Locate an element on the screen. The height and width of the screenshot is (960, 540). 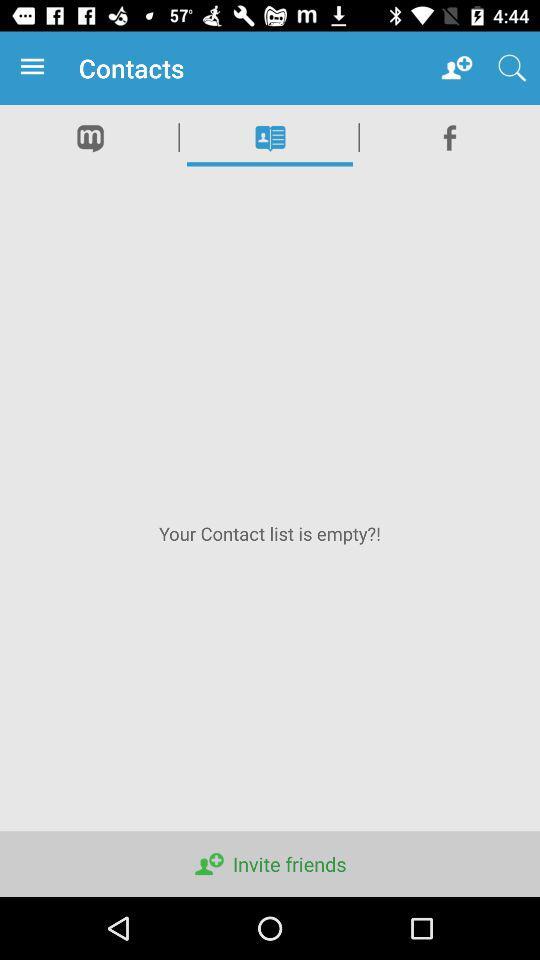
icon next to contacts is located at coordinates (457, 68).